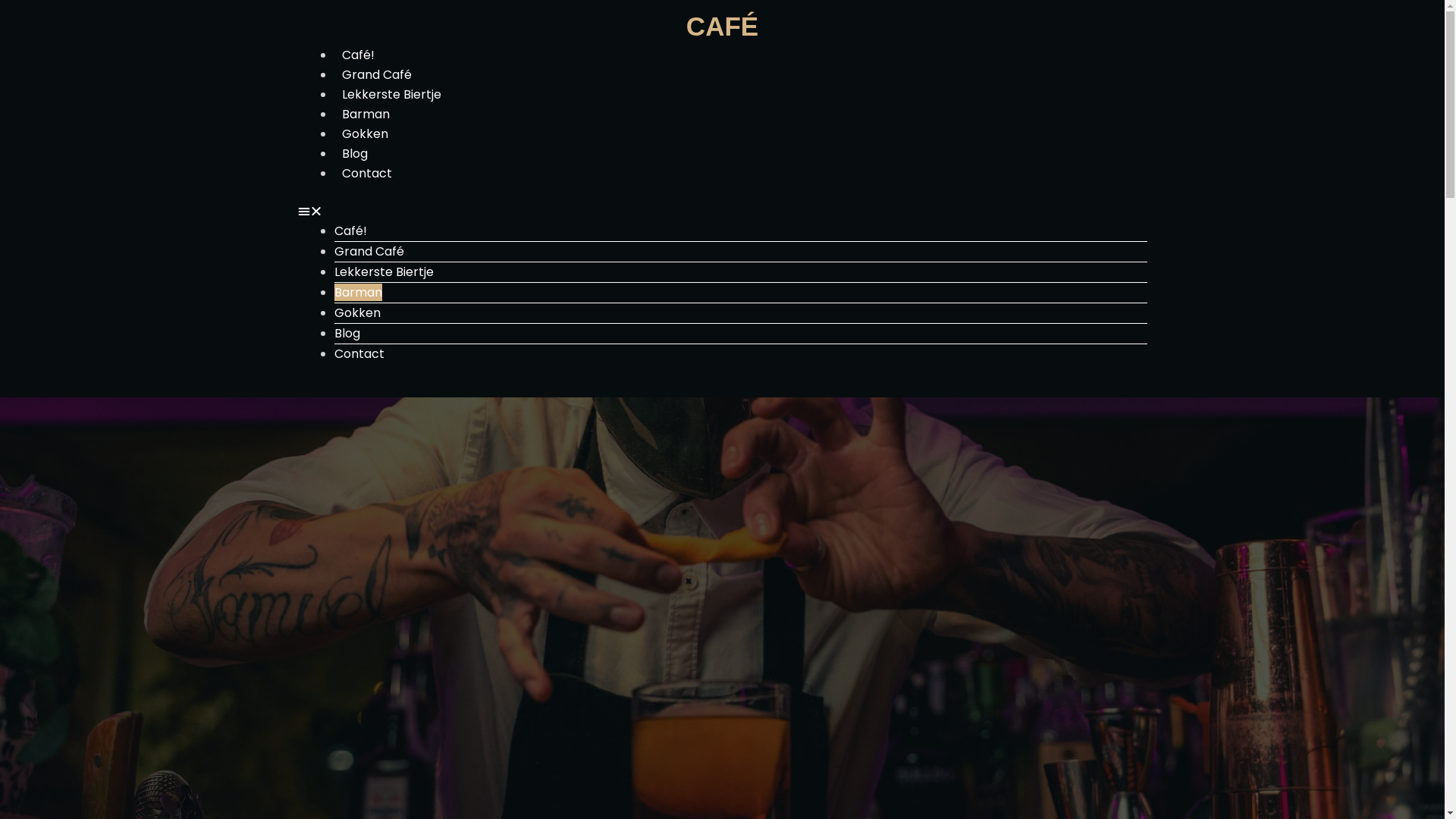  What do you see at coordinates (391, 94) in the screenshot?
I see `'Lekkerste Biertje'` at bounding box center [391, 94].